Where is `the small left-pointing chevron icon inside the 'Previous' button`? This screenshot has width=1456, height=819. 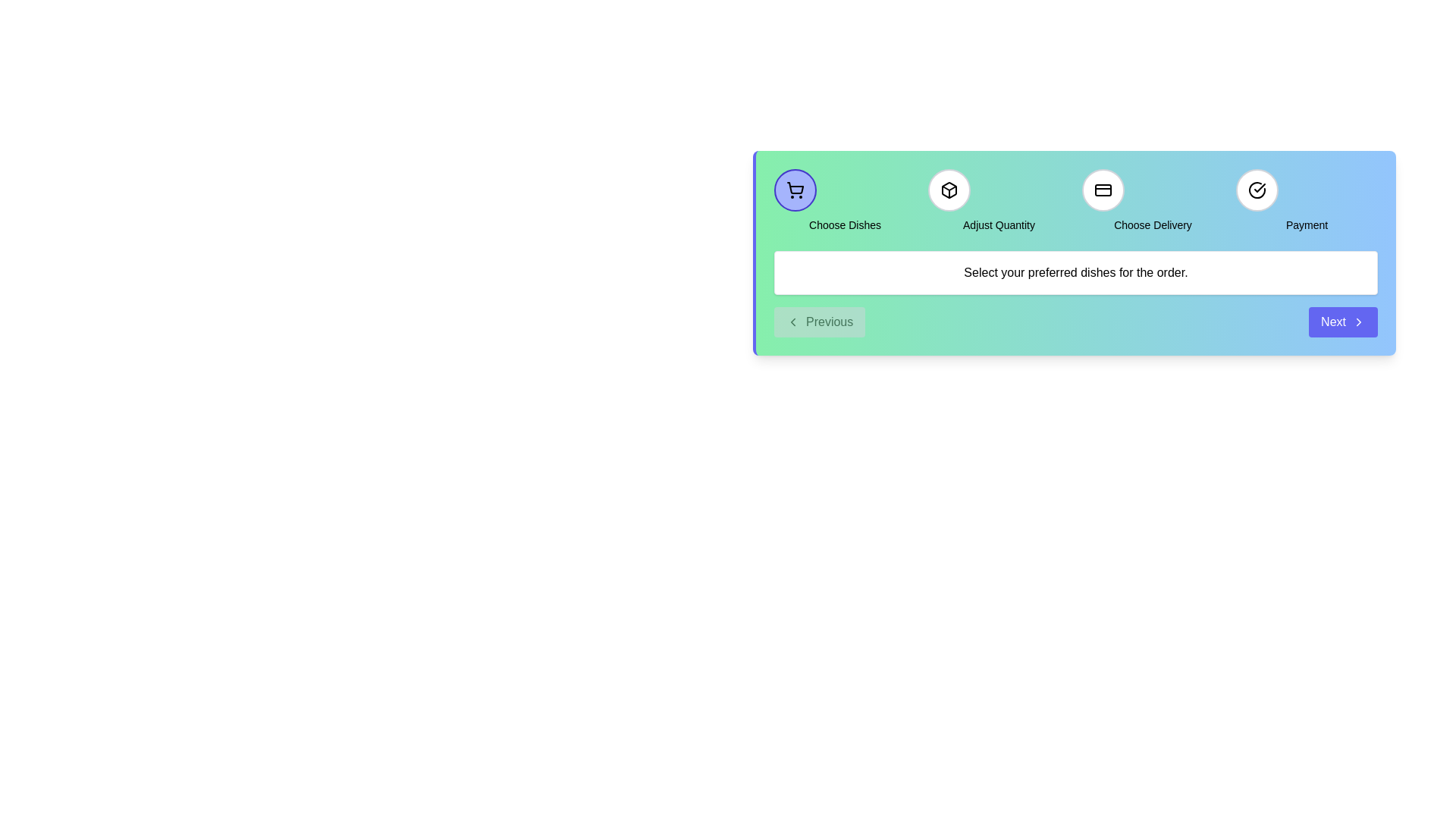
the small left-pointing chevron icon inside the 'Previous' button is located at coordinates (792, 321).